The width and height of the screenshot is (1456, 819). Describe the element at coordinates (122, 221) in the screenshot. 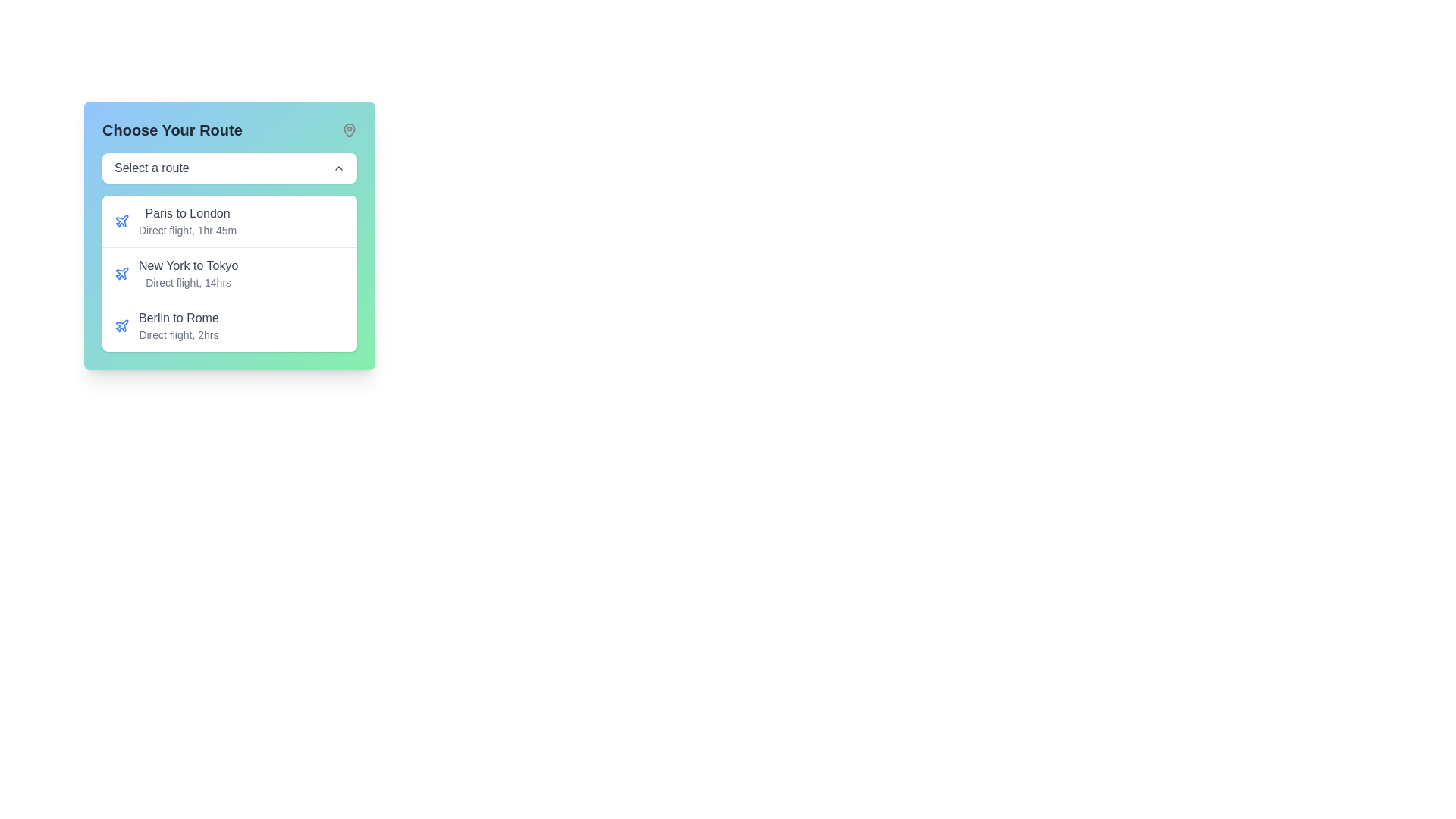

I see `the presence of the flight route icon next to the entry 'Paris to London, Direct flight, 1hr 45m' by clicking on it` at that location.